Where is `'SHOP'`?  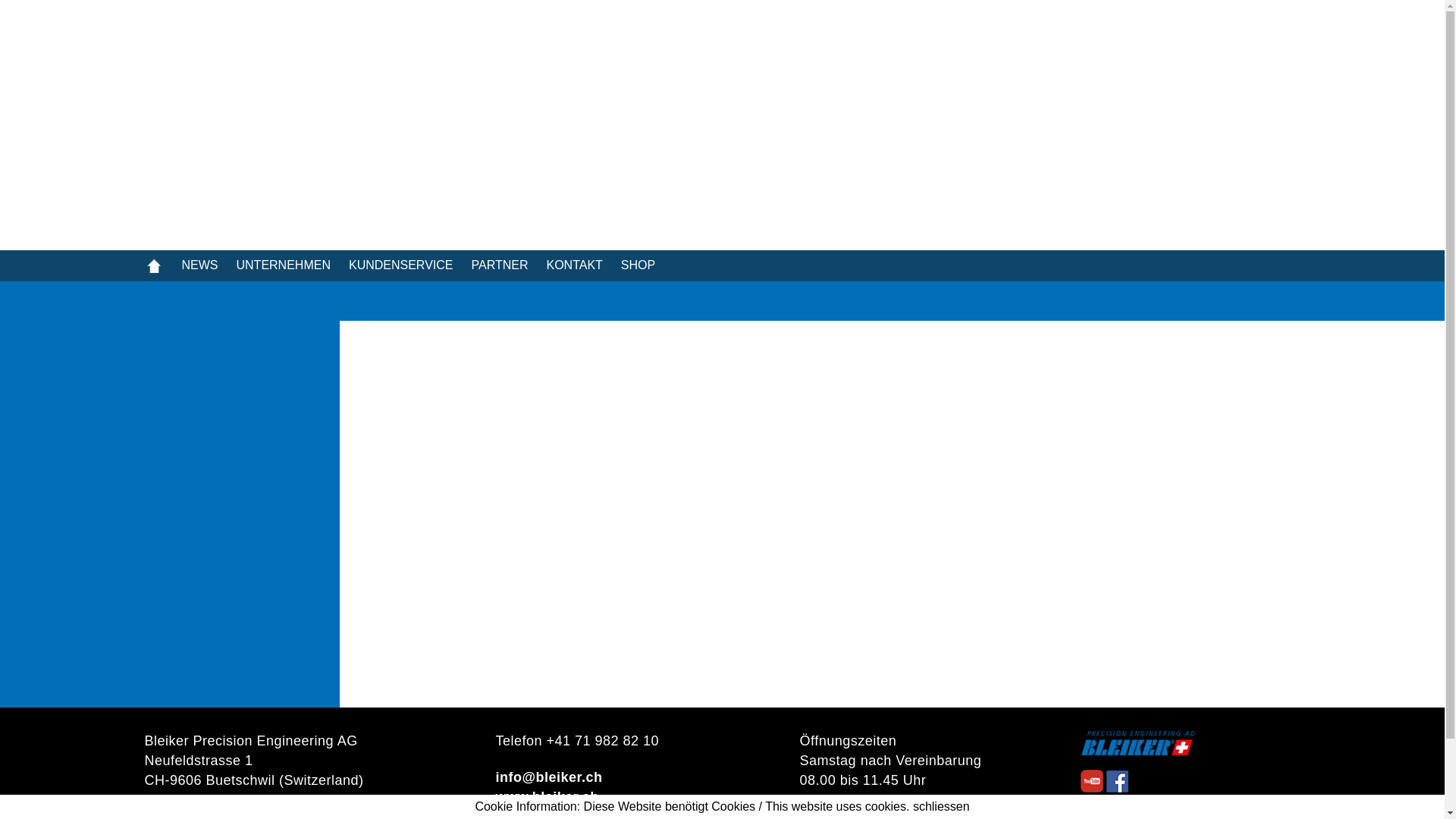 'SHOP' is located at coordinates (647, 264).